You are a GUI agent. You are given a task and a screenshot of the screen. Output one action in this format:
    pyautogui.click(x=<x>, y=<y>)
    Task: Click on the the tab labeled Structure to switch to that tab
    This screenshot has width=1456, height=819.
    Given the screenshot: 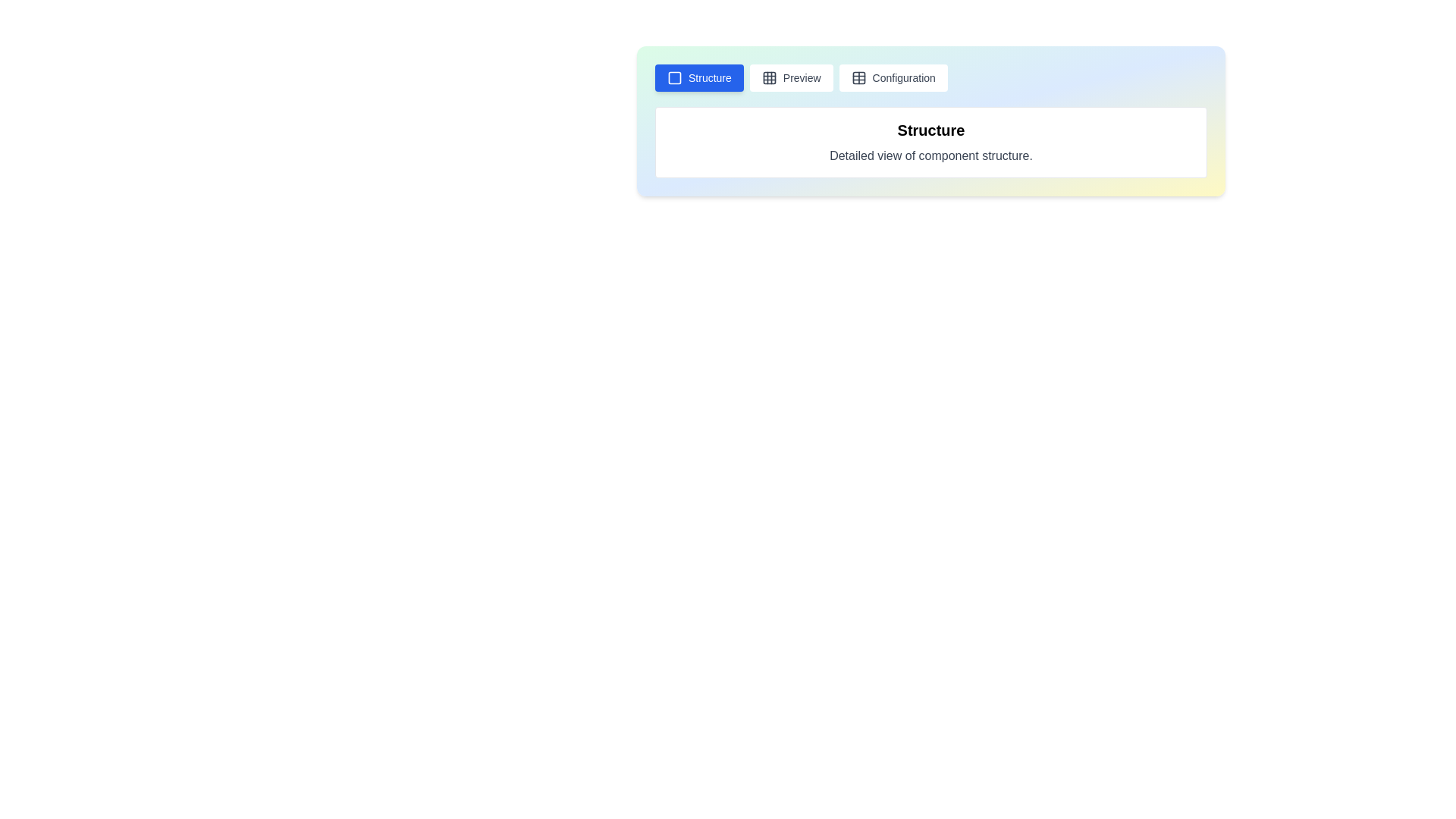 What is the action you would take?
    pyautogui.click(x=698, y=78)
    